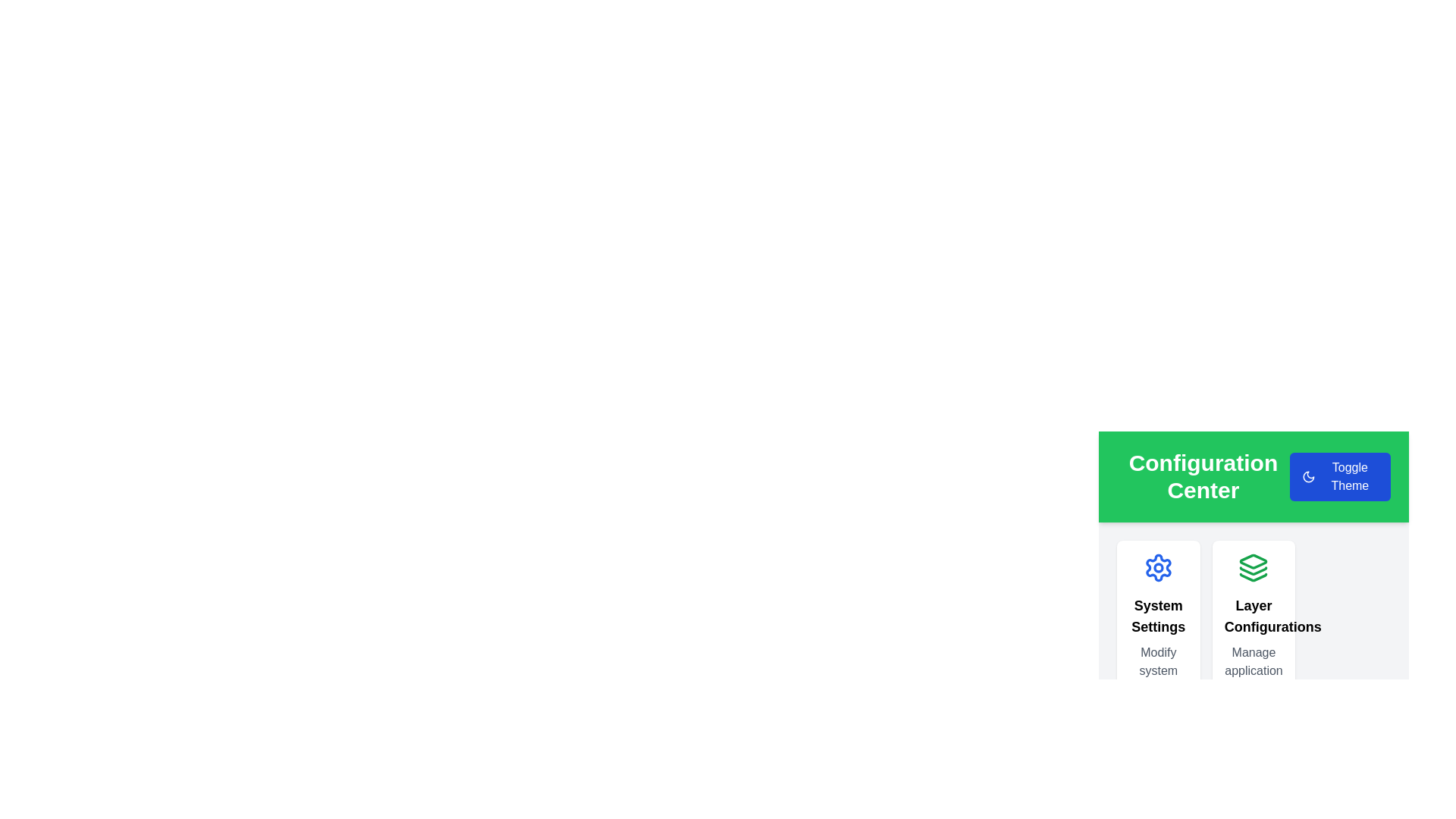 This screenshot has width=1456, height=819. Describe the element at coordinates (1254, 571) in the screenshot. I see `the 'Layer Configurations' button which encompasses the middle component of the layered stack icon` at that location.